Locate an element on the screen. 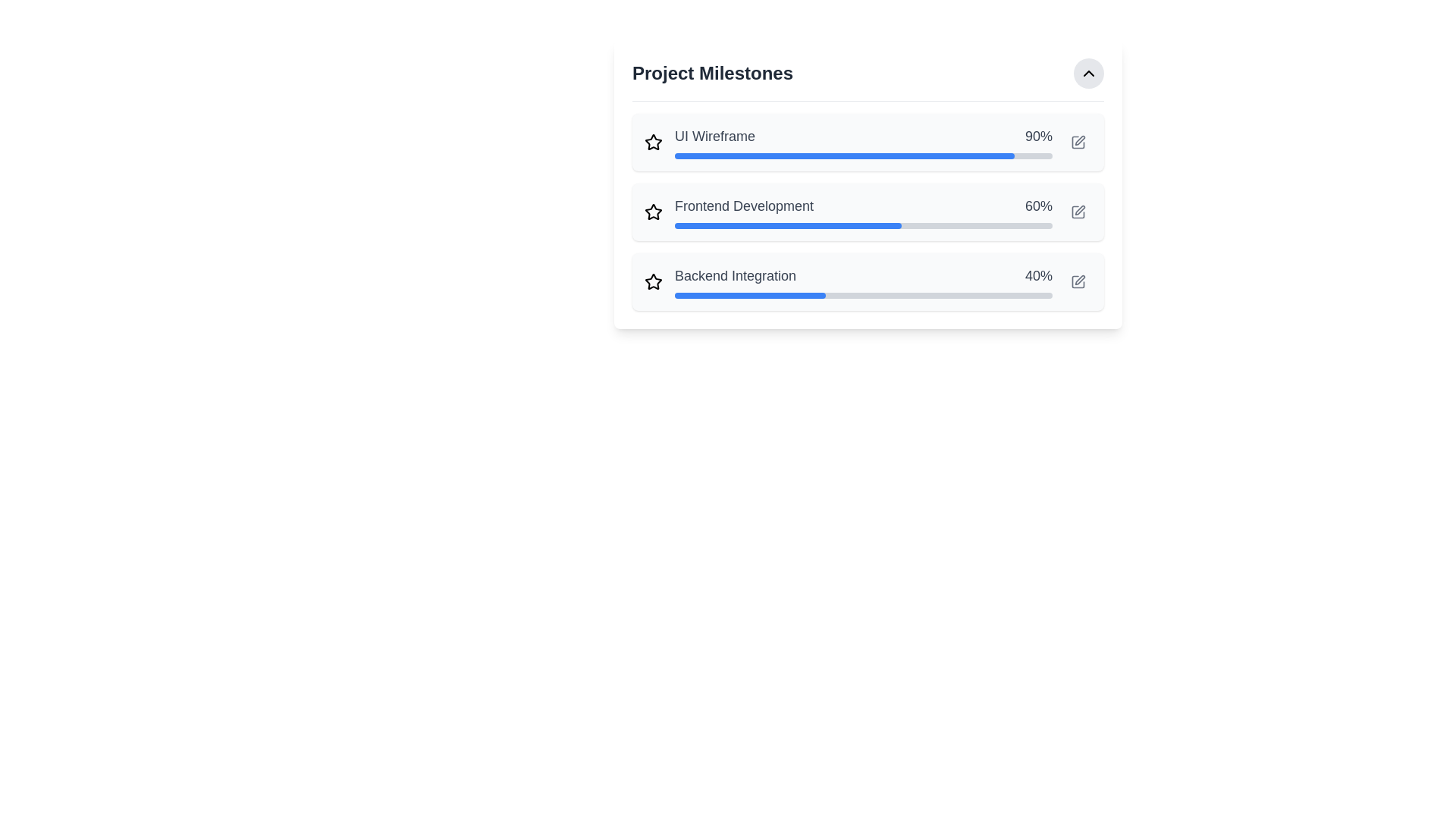 The image size is (1456, 819). the edit button located at the top right of the progress bar area within the 'Frontend Development' card is located at coordinates (1077, 212).